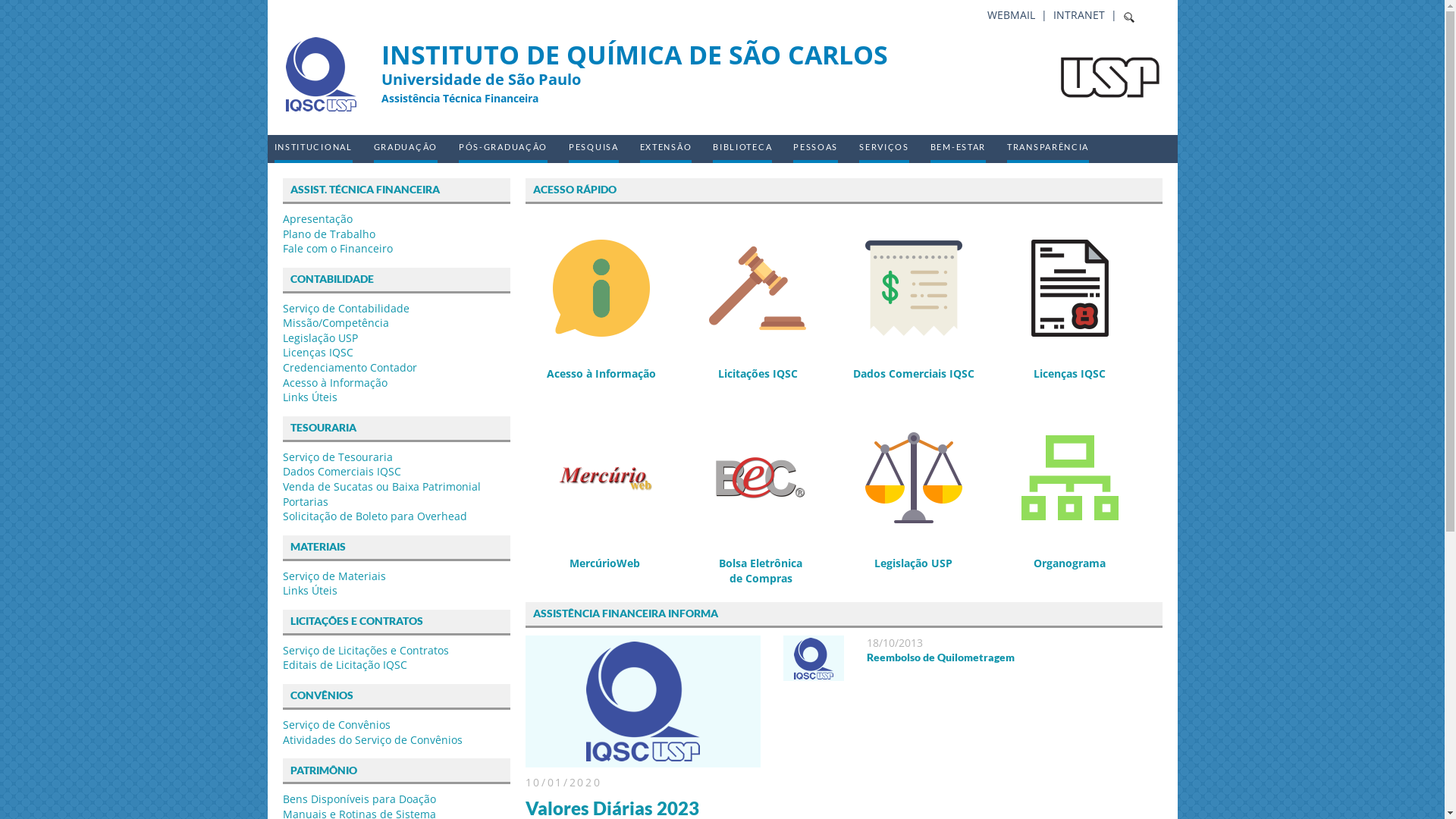  I want to click on 'Plano de Trabalho', so click(327, 234).